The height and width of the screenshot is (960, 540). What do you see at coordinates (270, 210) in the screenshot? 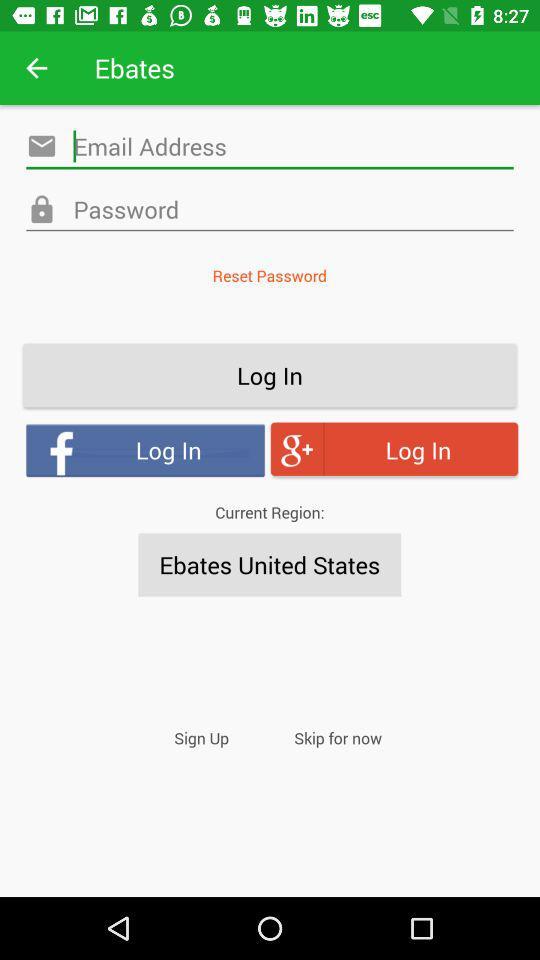
I see `email address` at bounding box center [270, 210].